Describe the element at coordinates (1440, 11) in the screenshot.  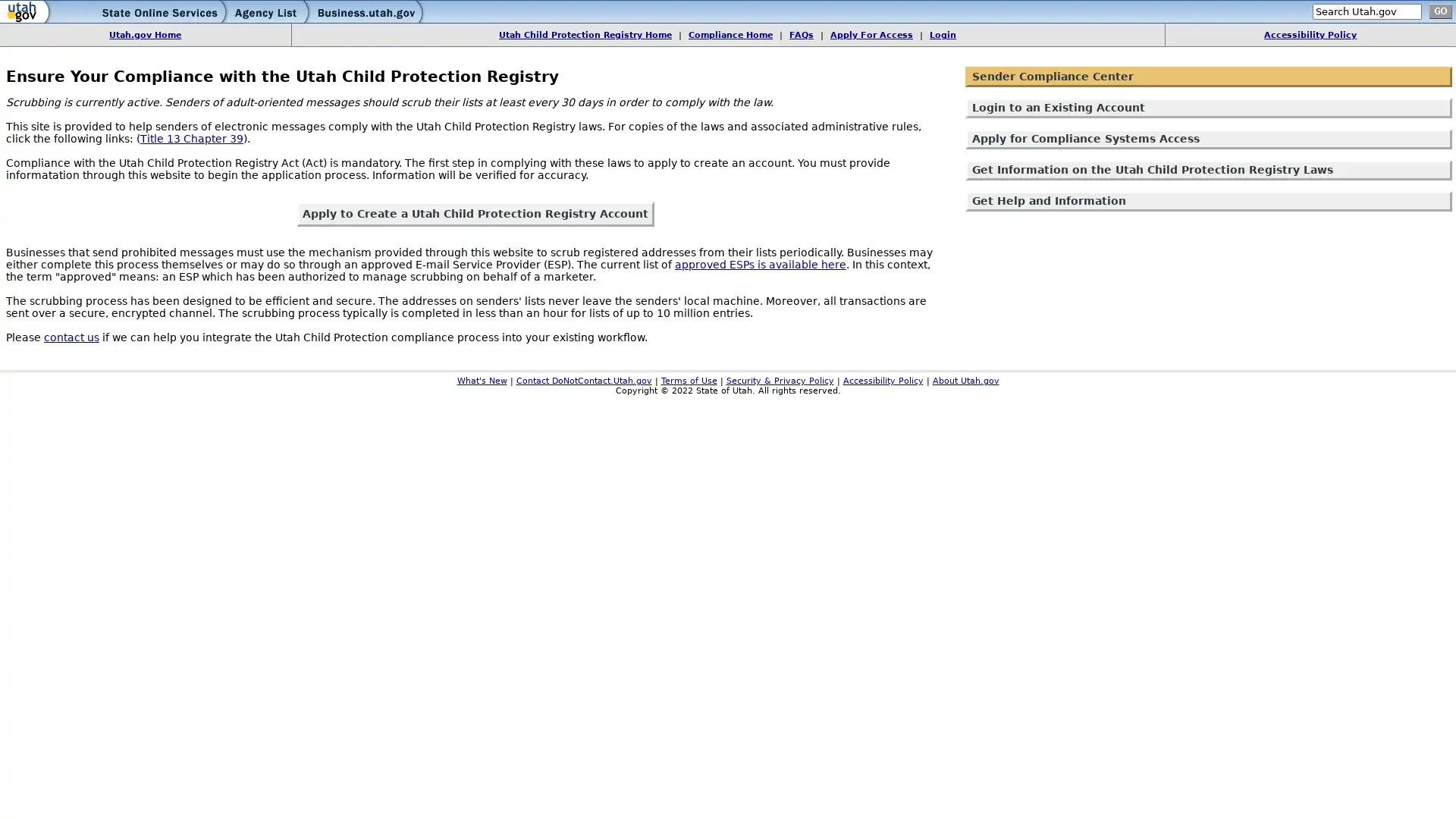
I see `go` at that location.